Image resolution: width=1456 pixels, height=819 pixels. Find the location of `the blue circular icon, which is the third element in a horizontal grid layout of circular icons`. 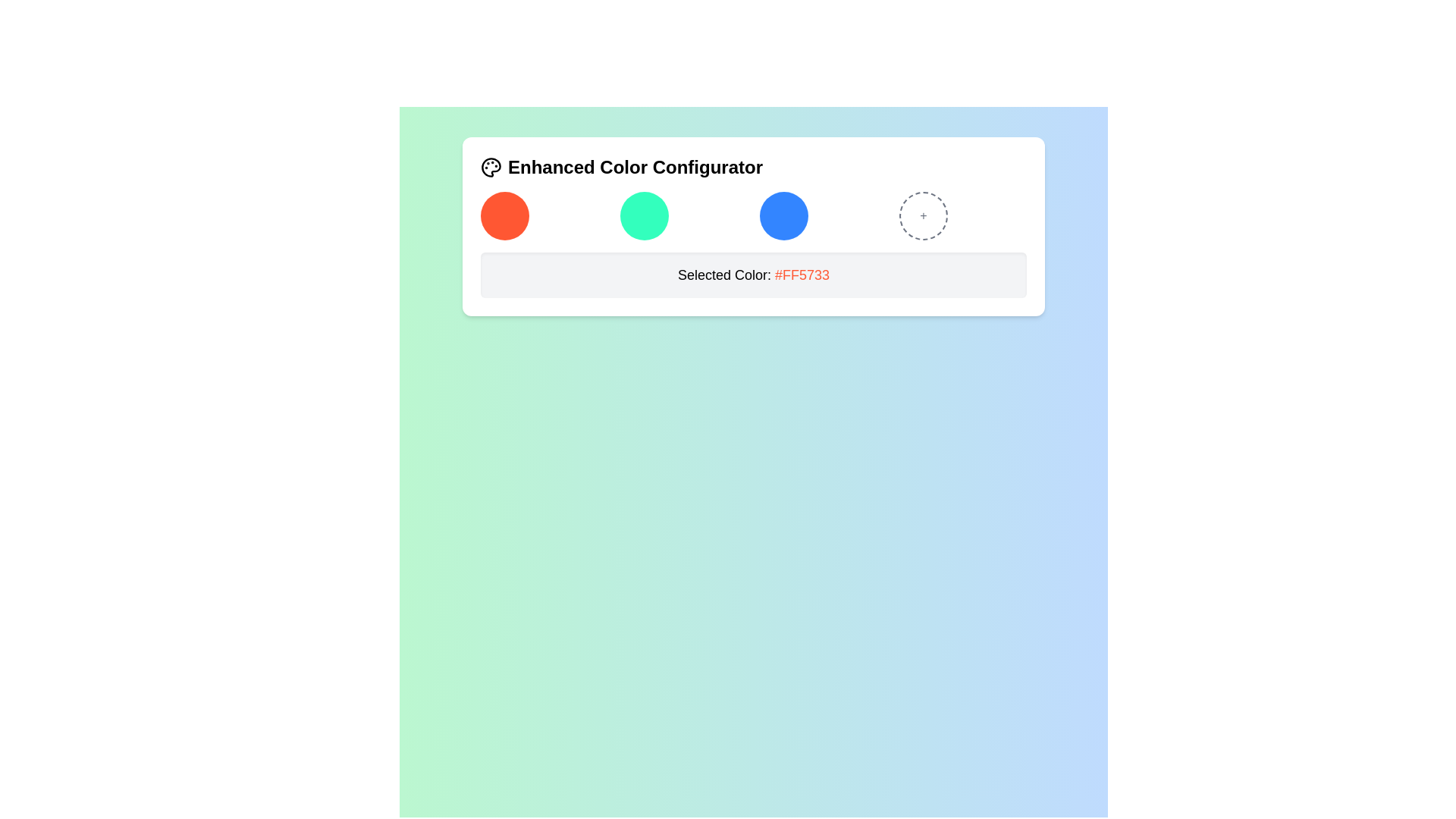

the blue circular icon, which is the third element in a horizontal grid layout of circular icons is located at coordinates (753, 216).